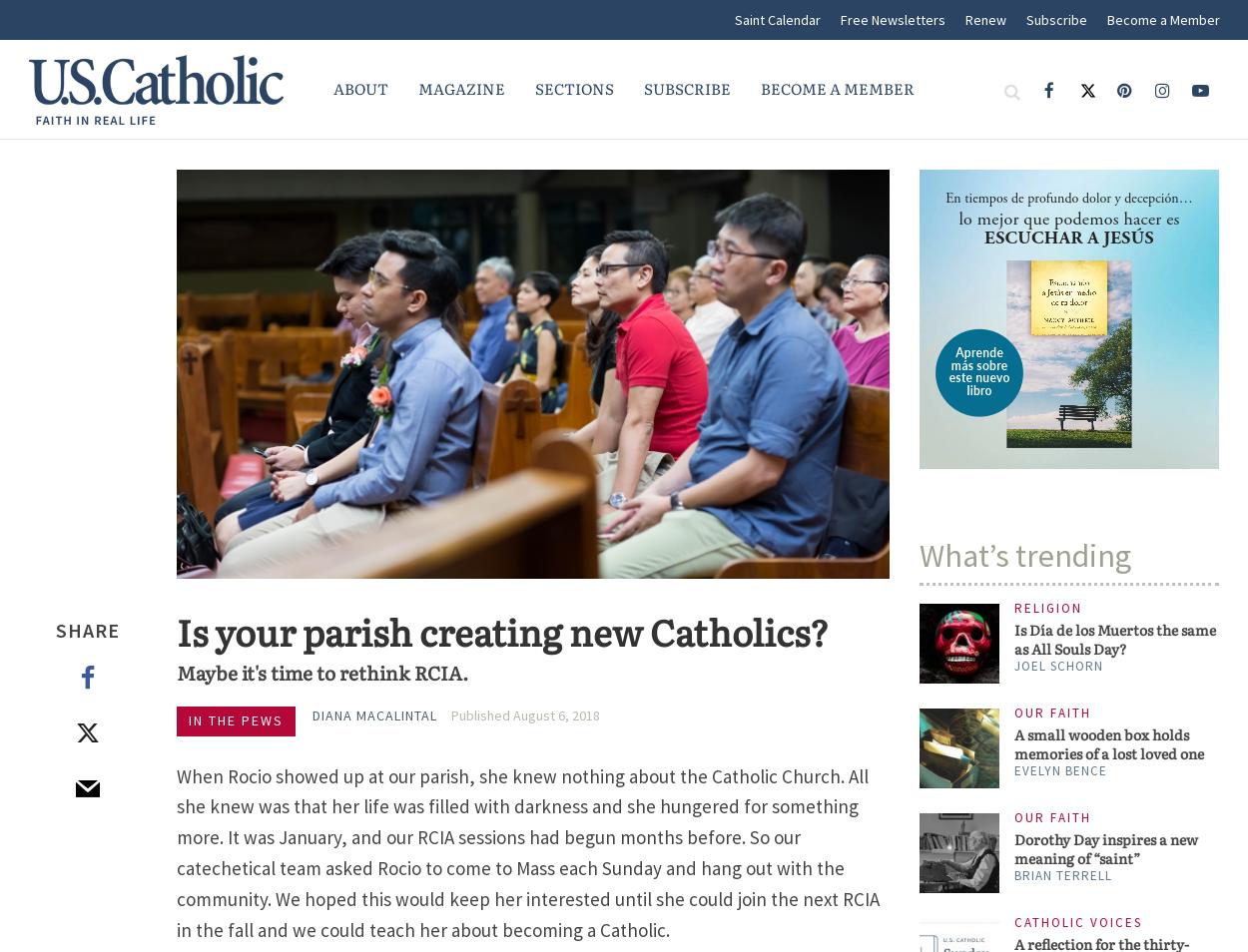 The width and height of the screenshot is (1248, 952). What do you see at coordinates (1062, 875) in the screenshot?
I see `'Brian Terrell'` at bounding box center [1062, 875].